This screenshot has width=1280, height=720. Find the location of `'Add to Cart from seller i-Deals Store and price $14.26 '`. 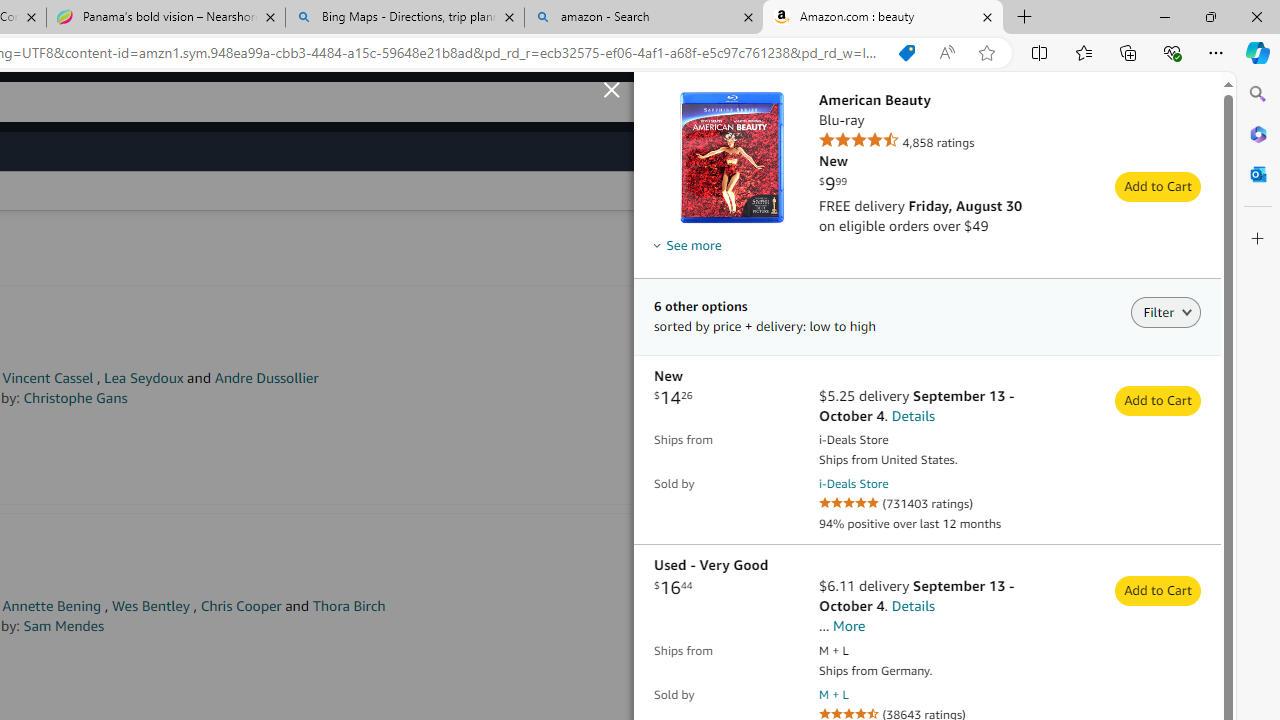

'Add to Cart from seller i-Deals Store and price $14.26 ' is located at coordinates (1158, 401).